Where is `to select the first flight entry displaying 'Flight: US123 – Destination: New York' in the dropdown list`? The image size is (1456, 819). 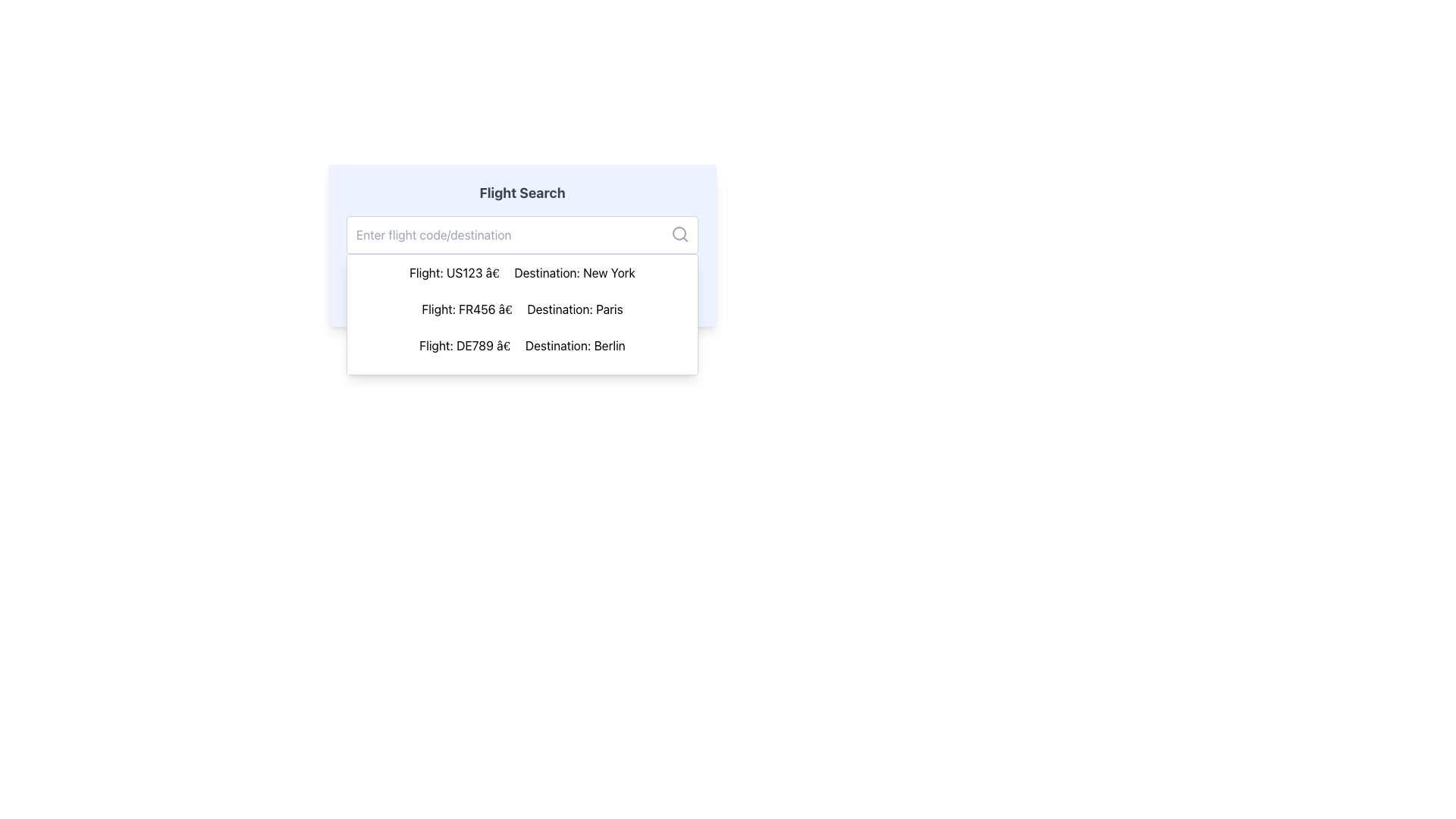 to select the first flight entry displaying 'Flight: US123 – Destination: New York' in the dropdown list is located at coordinates (522, 271).